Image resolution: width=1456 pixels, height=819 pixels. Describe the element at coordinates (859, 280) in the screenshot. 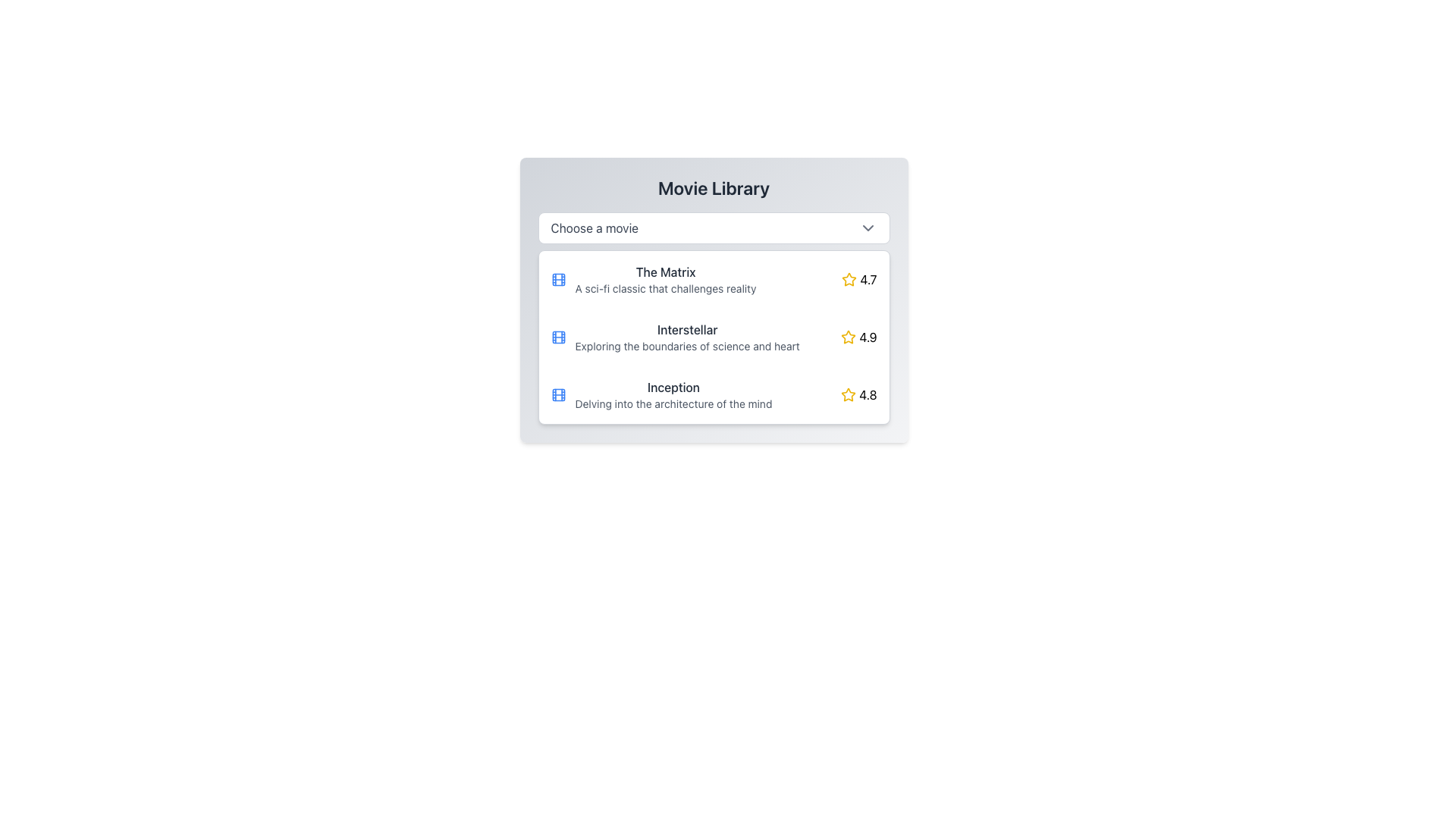

I see `the read-only Rating Display for the movie 'The Matrix', which visually conveys the rating value using a star icon and numerical score` at that location.